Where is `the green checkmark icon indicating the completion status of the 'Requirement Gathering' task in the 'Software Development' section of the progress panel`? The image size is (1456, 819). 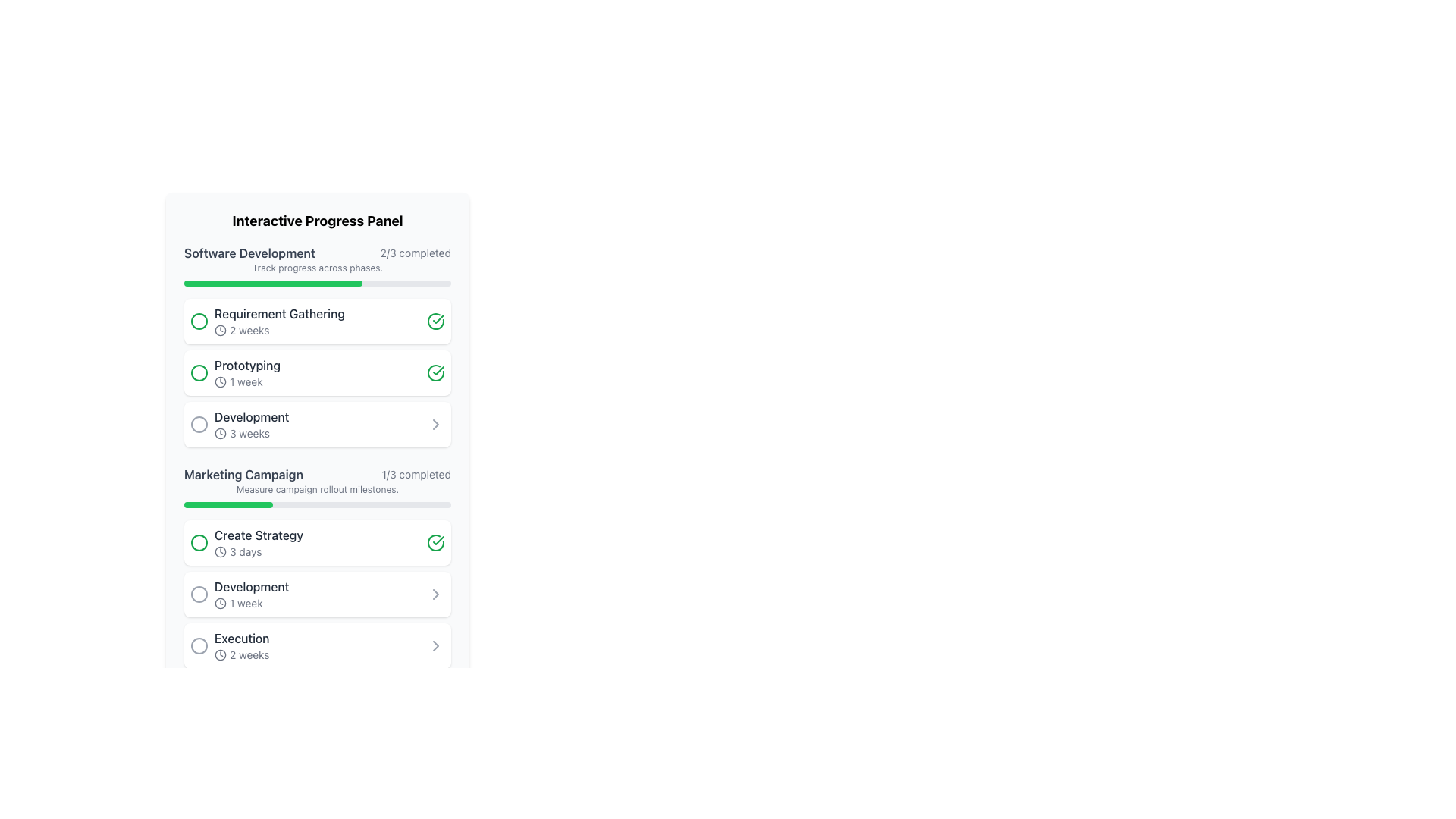 the green checkmark icon indicating the completion status of the 'Requirement Gathering' task in the 'Software Development' section of the progress panel is located at coordinates (438, 371).